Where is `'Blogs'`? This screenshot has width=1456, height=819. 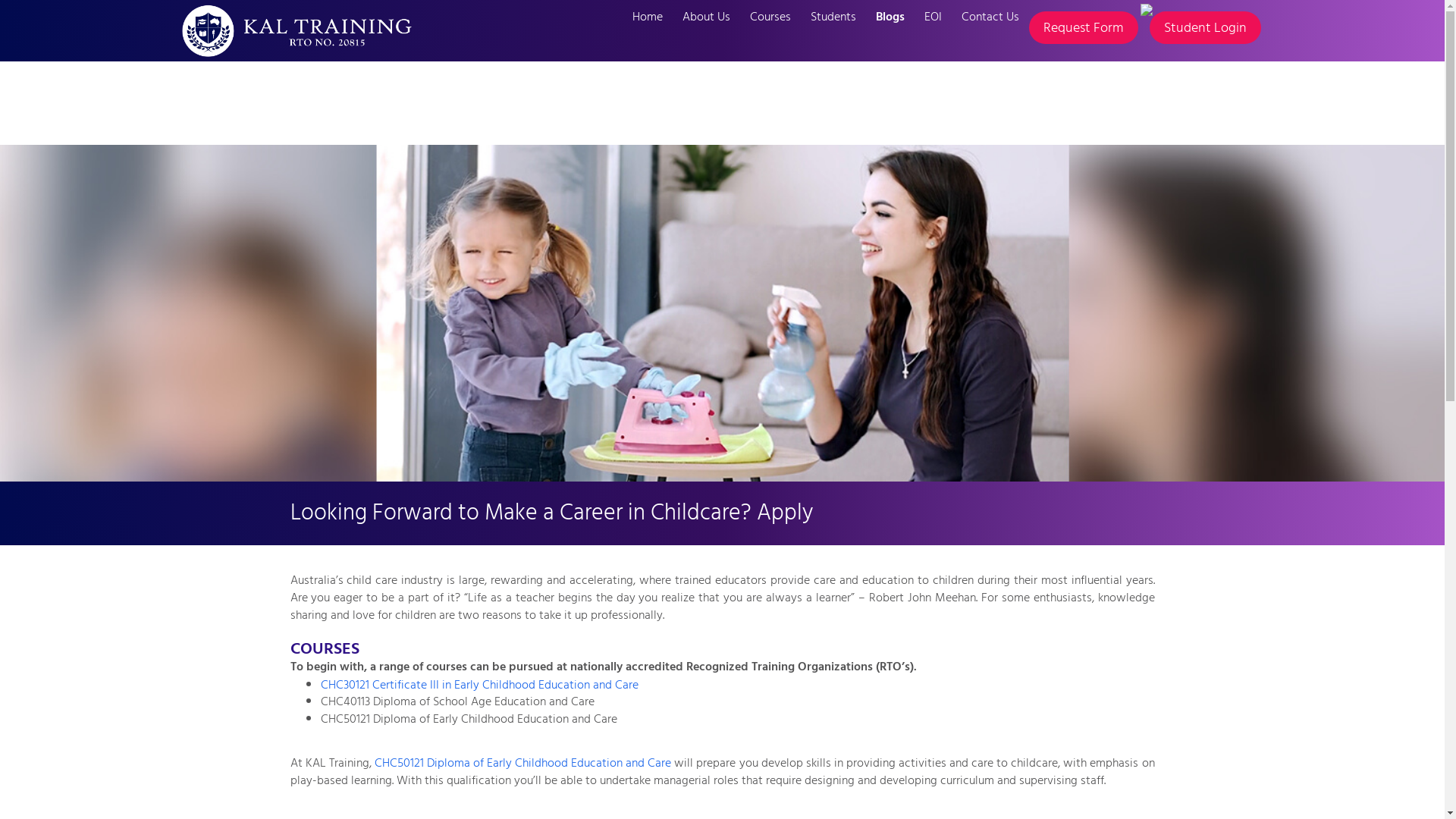 'Blogs' is located at coordinates (890, 17).